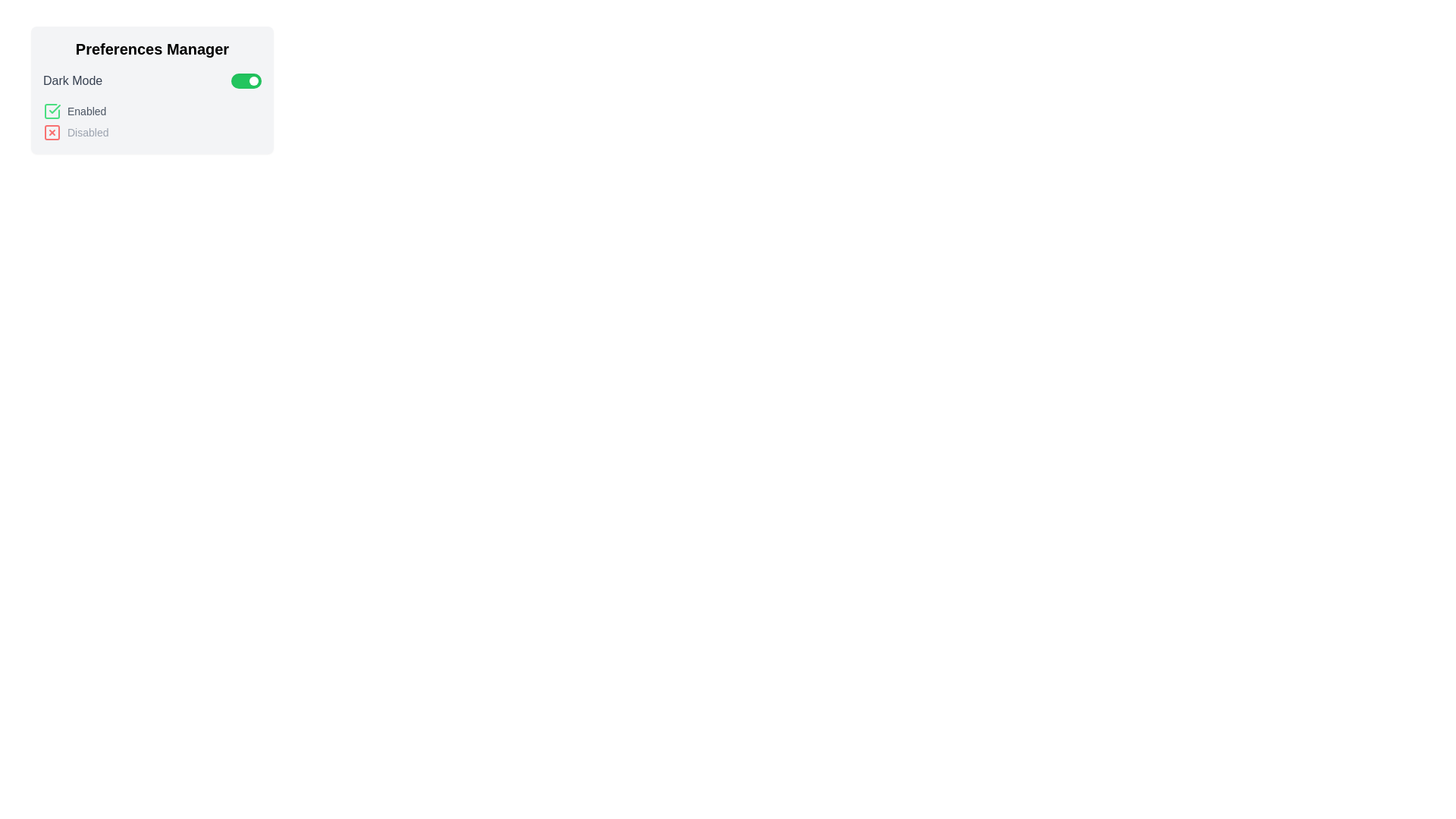 The image size is (1456, 819). What do you see at coordinates (152, 49) in the screenshot?
I see `the header text 'Preferences Manager', which is displayed in bold and large font at the top-center of the Preferences section` at bounding box center [152, 49].